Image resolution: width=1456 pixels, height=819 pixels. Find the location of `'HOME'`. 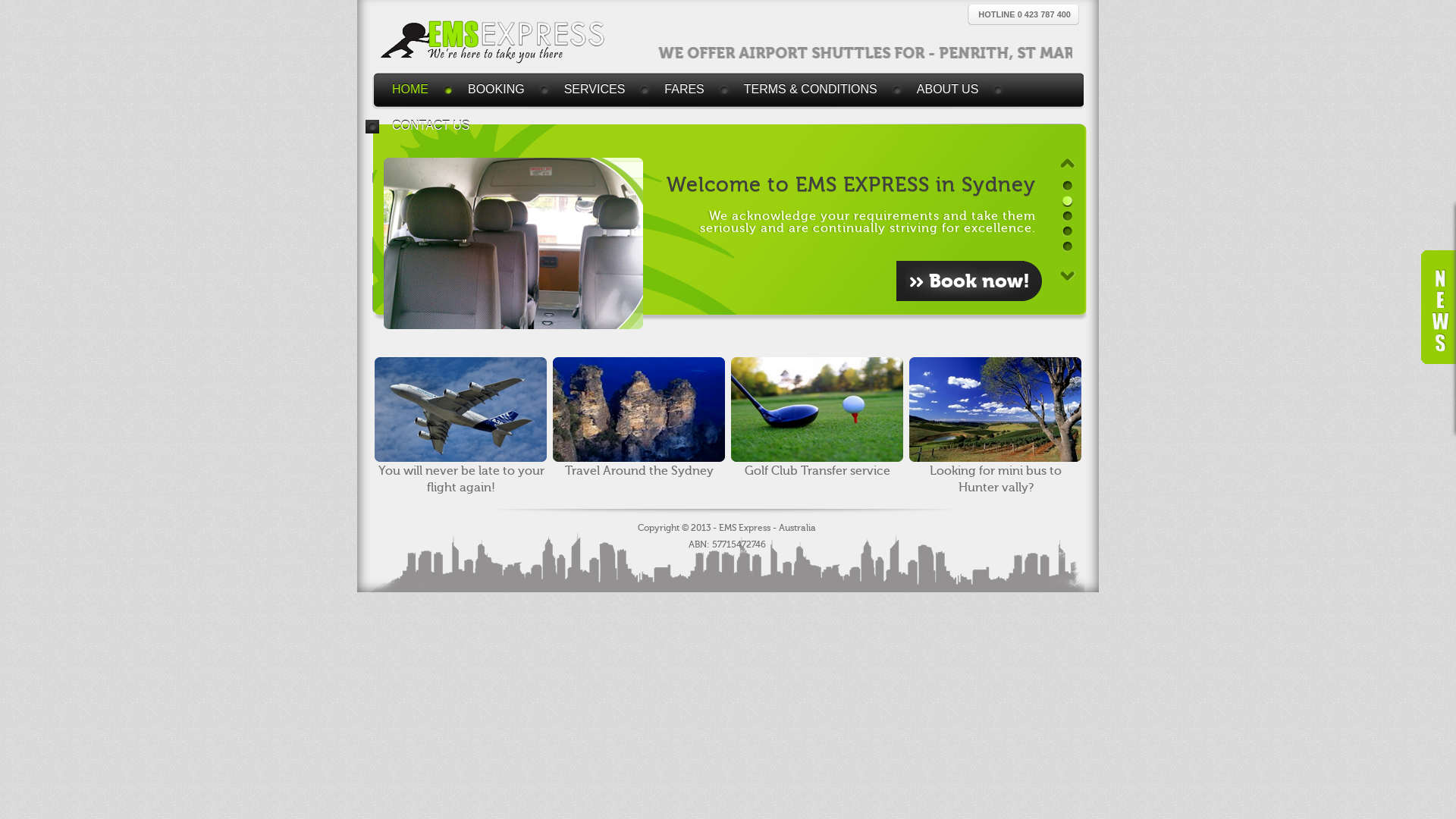

'HOME' is located at coordinates (377, 89).